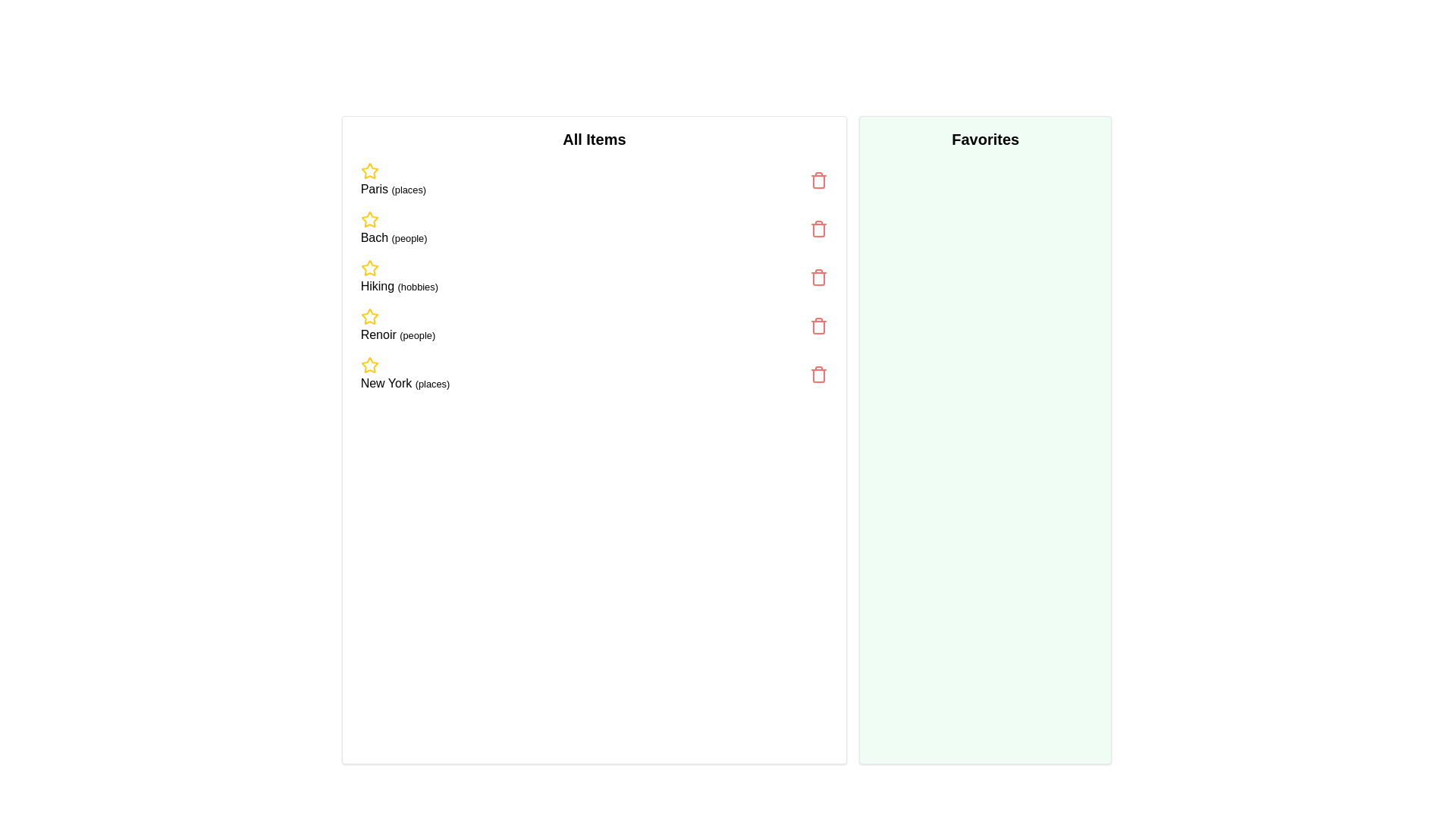 This screenshot has width=1456, height=819. What do you see at coordinates (818, 374) in the screenshot?
I see `the trash icon next to the item labeled 'New York (places)' to remove it from the list` at bounding box center [818, 374].